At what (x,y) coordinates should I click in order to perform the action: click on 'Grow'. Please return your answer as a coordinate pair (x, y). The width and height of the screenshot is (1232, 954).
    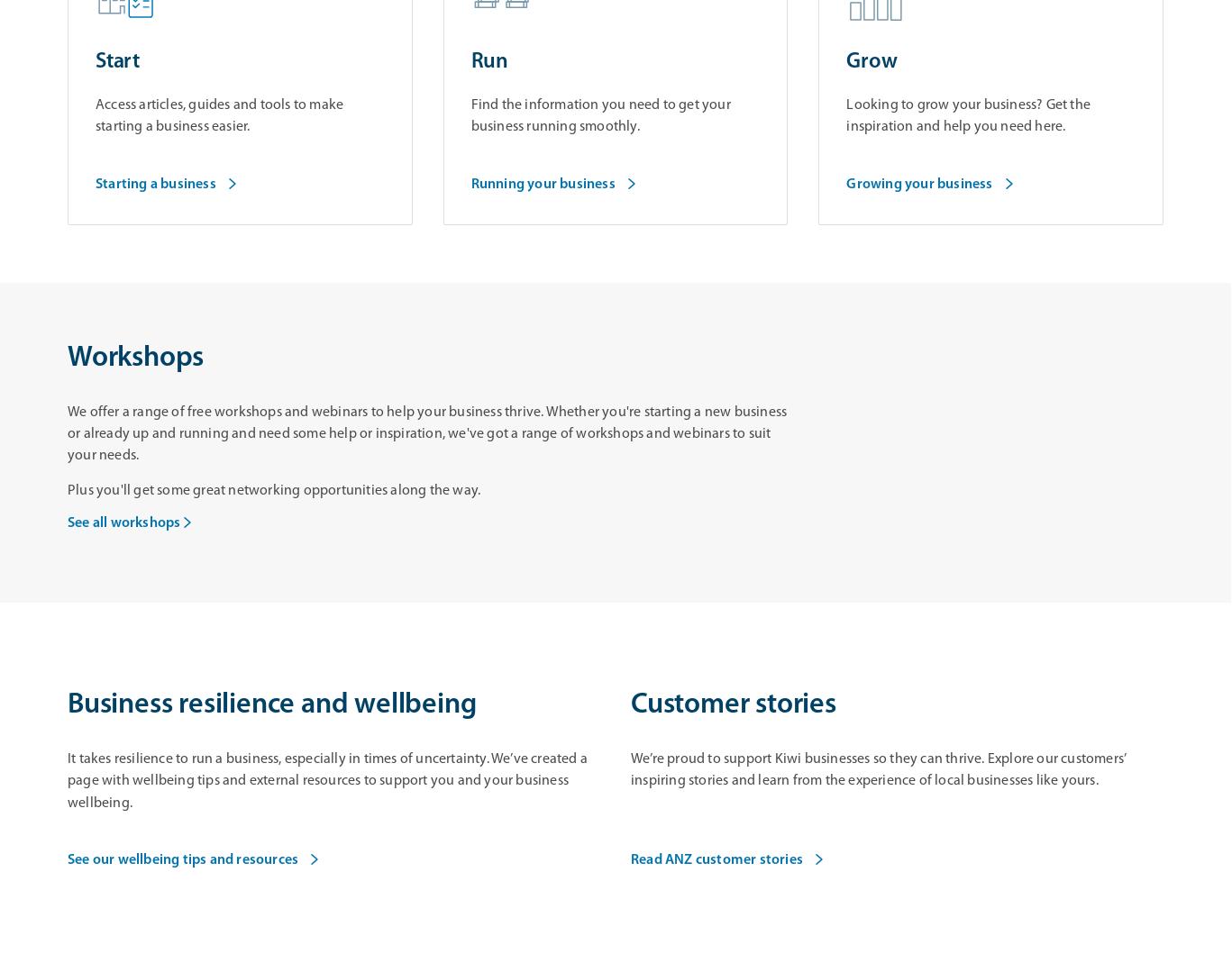
    Looking at the image, I should click on (871, 62).